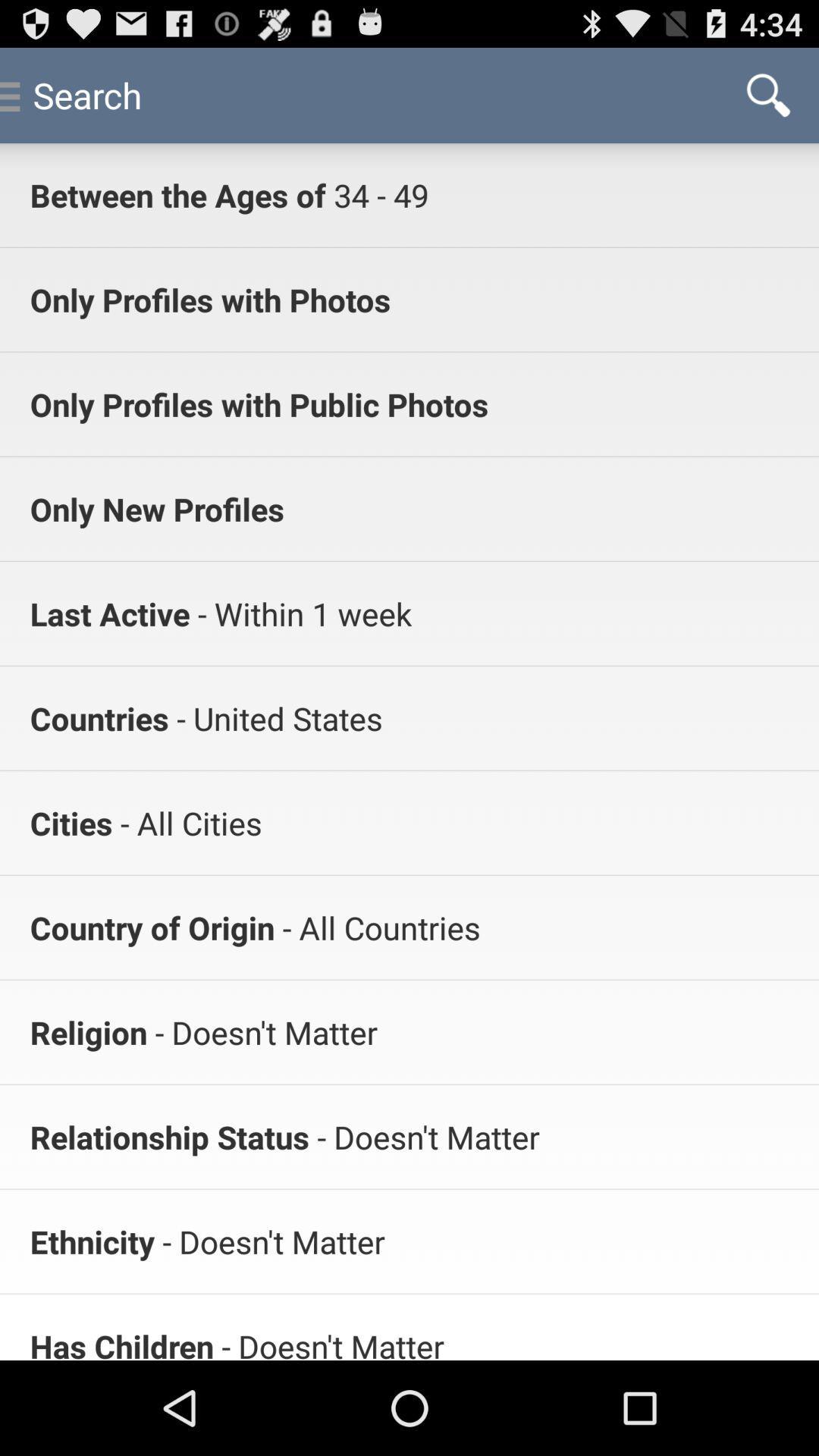 The width and height of the screenshot is (819, 1456). Describe the element at coordinates (121, 1342) in the screenshot. I see `app below the ethnicity` at that location.